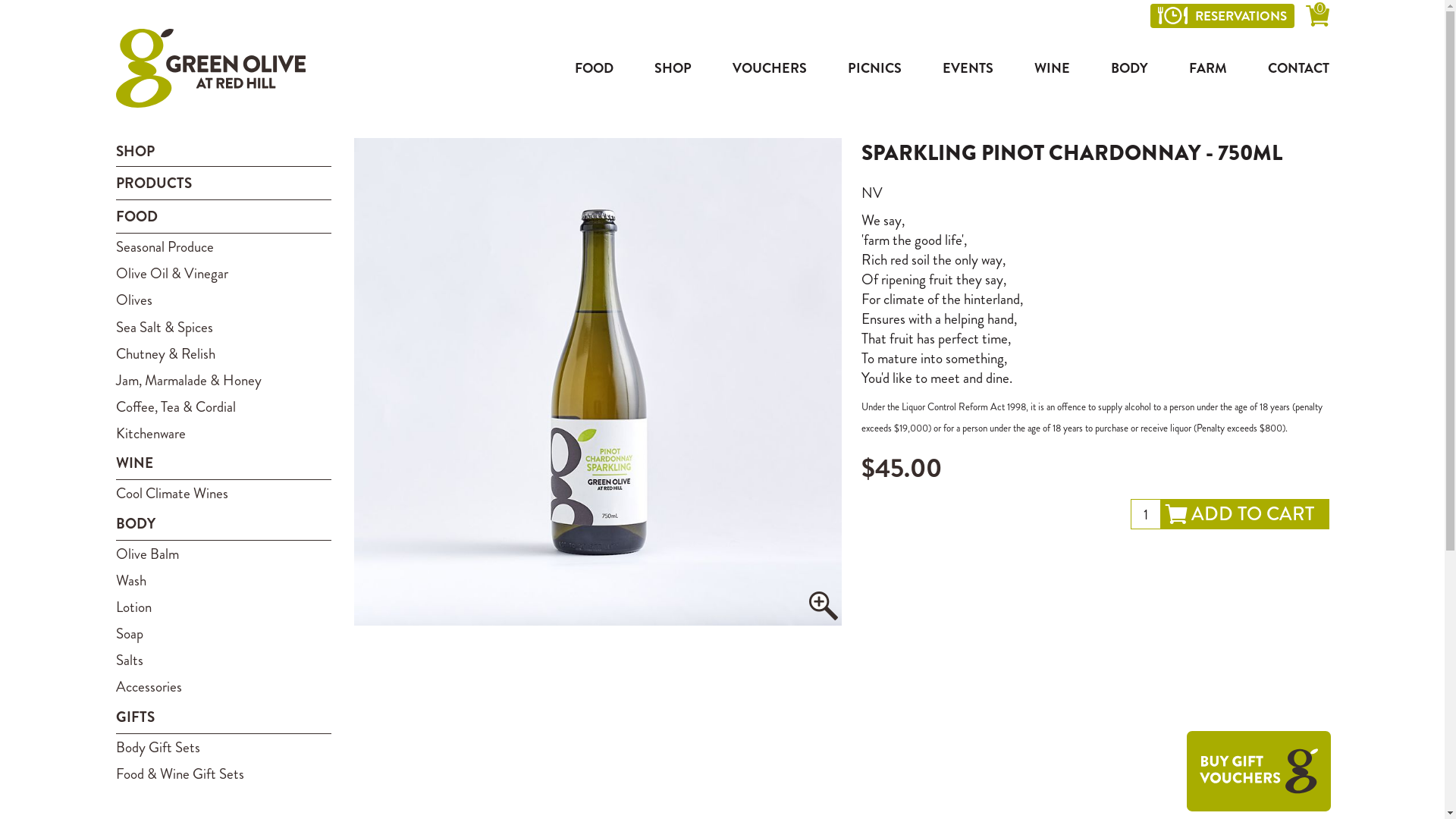  Describe the element at coordinates (1290, 67) in the screenshot. I see `'CONTACT'` at that location.